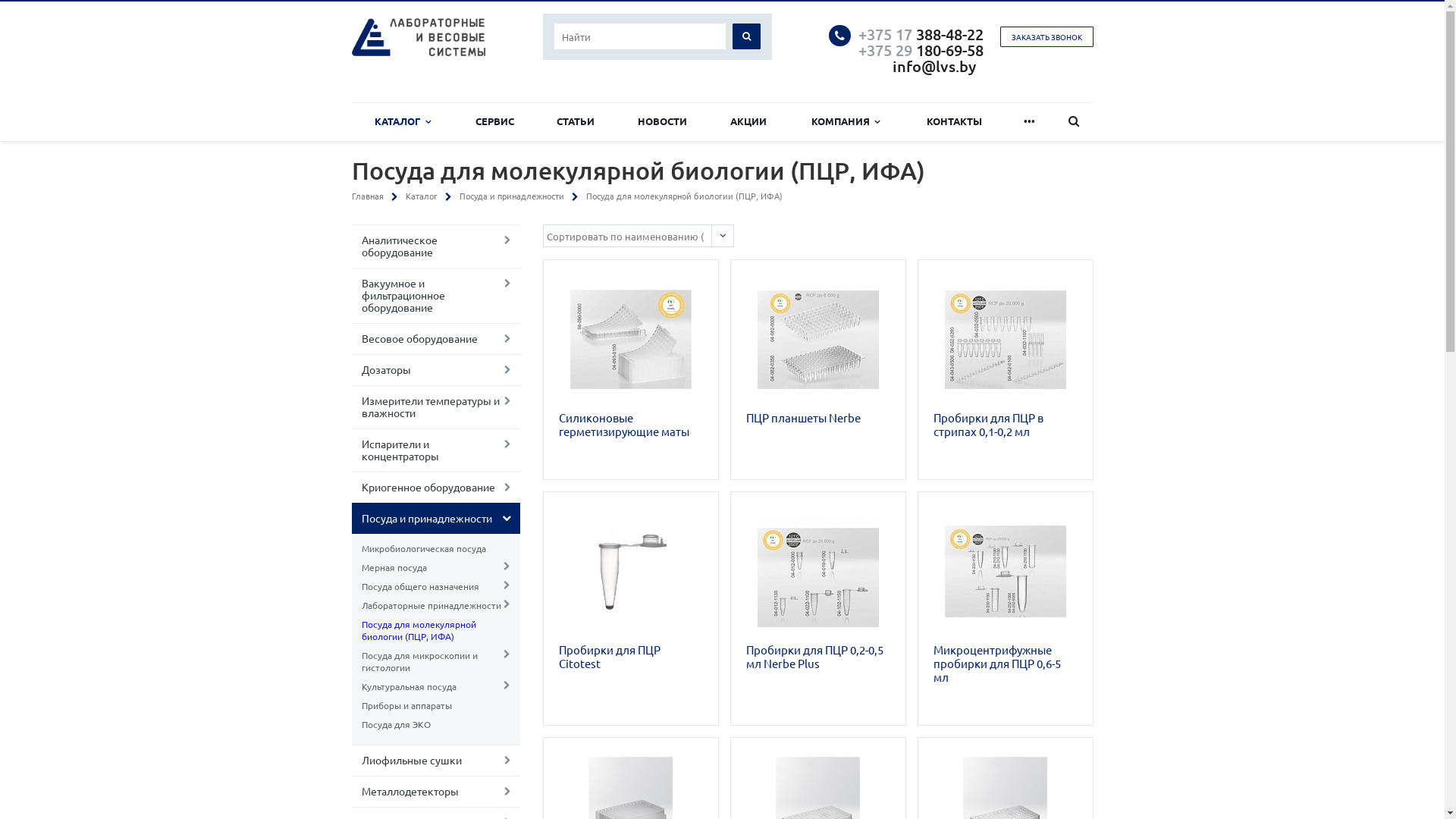 This screenshot has height=819, width=1456. Describe the element at coordinates (920, 34) in the screenshot. I see `'+375 17 388-48-22'` at that location.